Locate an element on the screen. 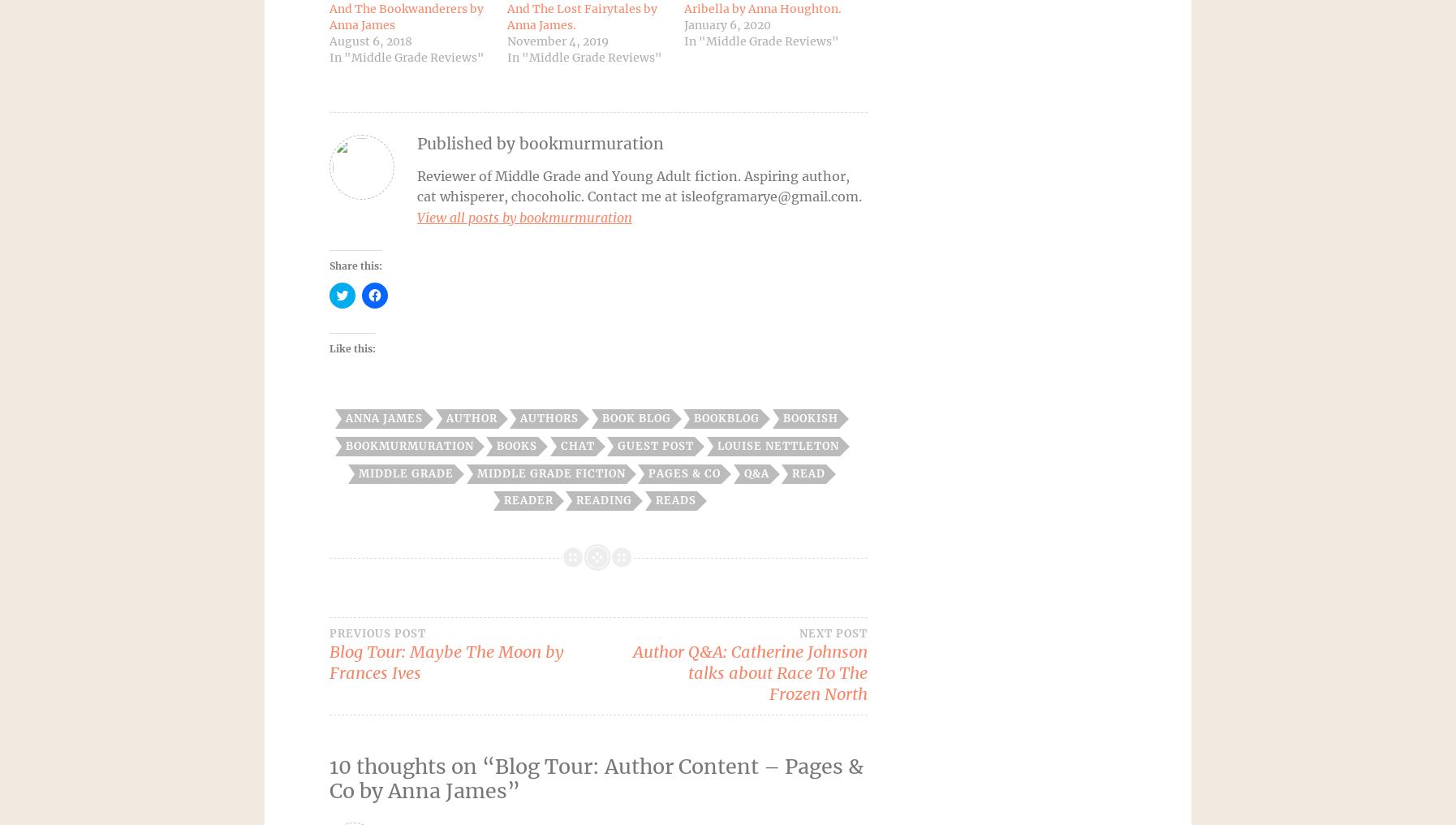  'authors' is located at coordinates (549, 417).